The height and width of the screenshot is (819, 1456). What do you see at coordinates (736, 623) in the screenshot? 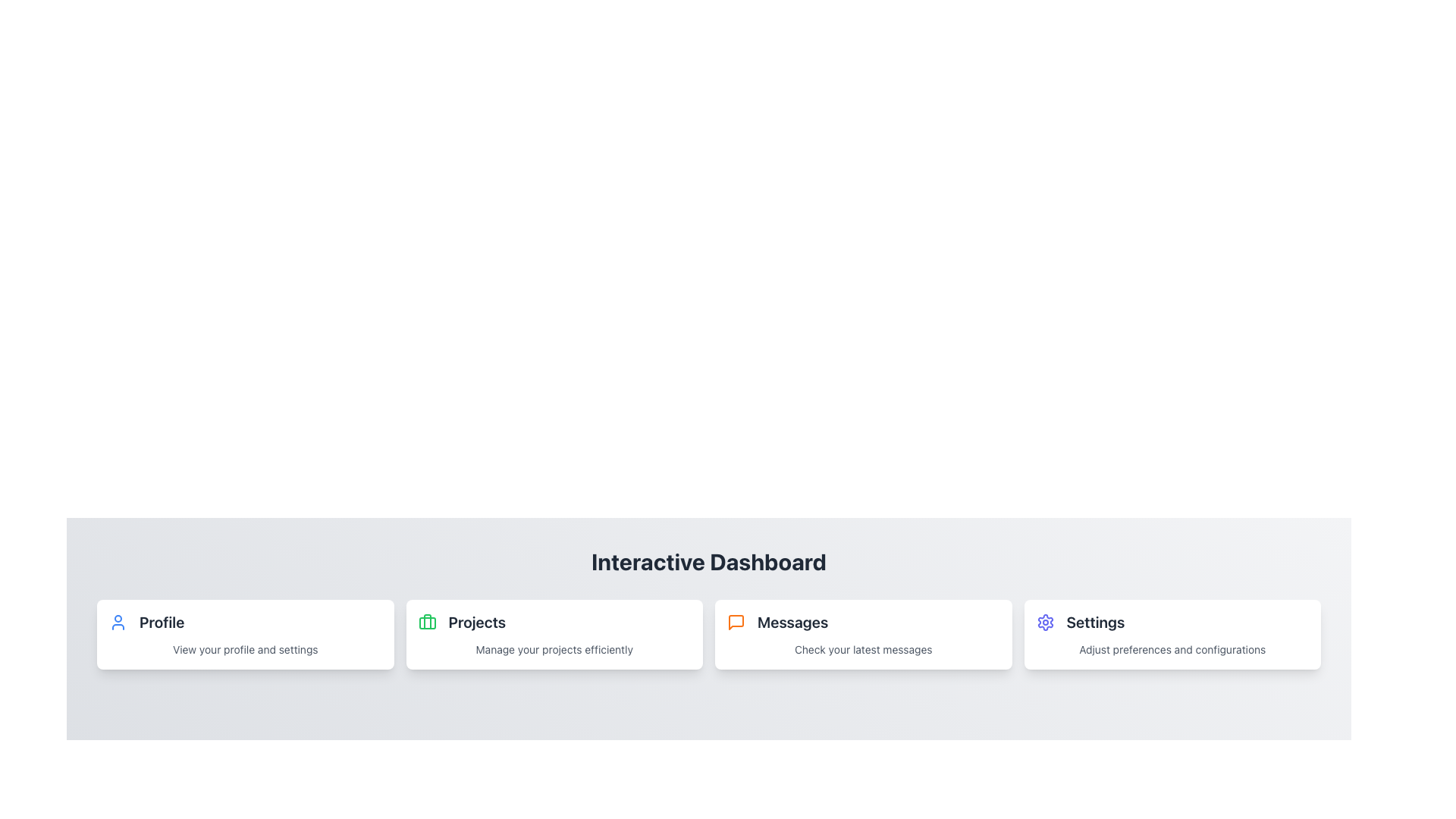
I see `the orange speech bubble icon next to the 'Messages' text label in the 'Messages' card` at bounding box center [736, 623].